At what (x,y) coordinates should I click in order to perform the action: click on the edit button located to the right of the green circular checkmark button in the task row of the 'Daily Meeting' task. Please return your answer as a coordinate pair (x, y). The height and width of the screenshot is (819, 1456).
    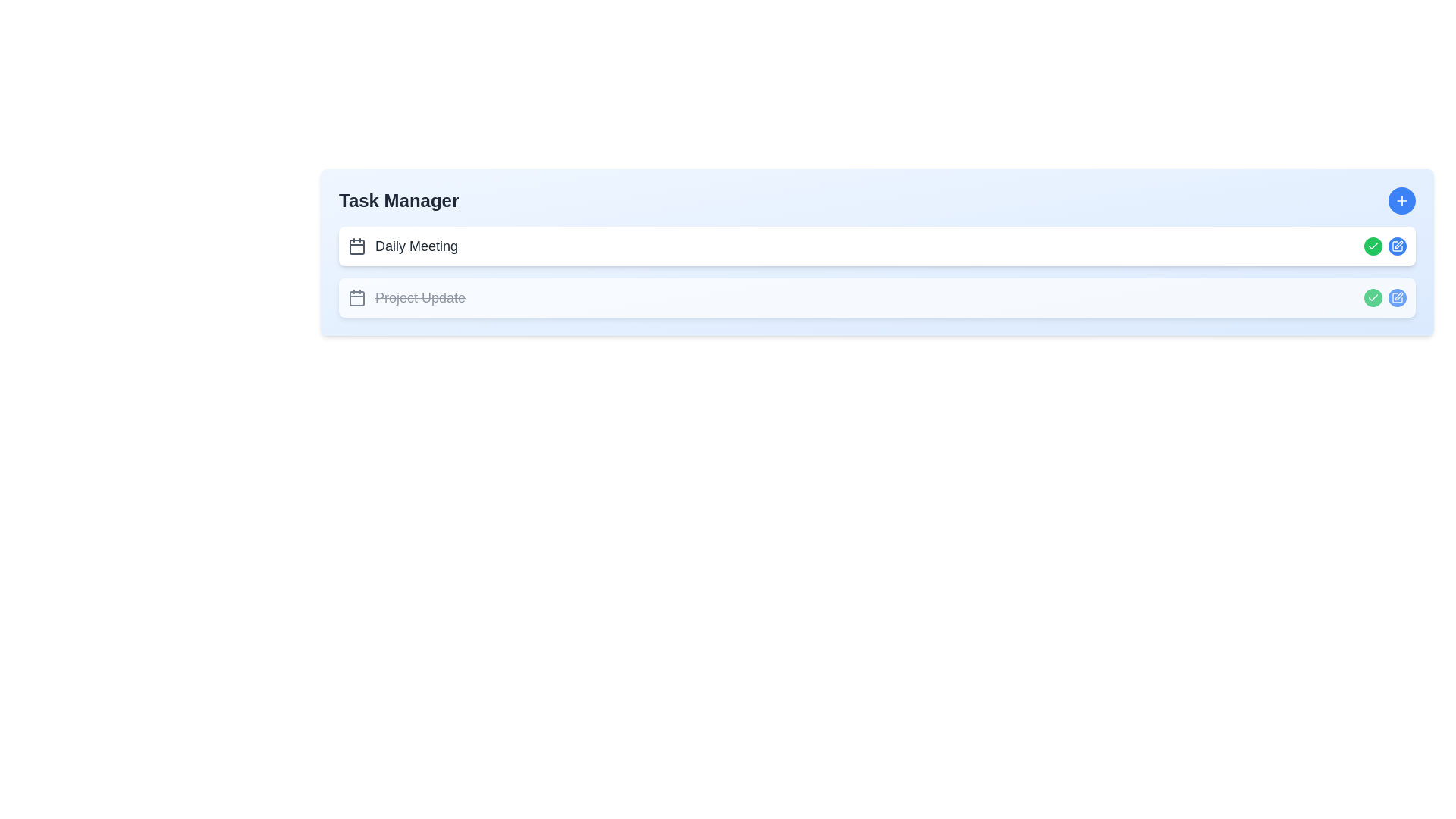
    Looking at the image, I should click on (1397, 245).